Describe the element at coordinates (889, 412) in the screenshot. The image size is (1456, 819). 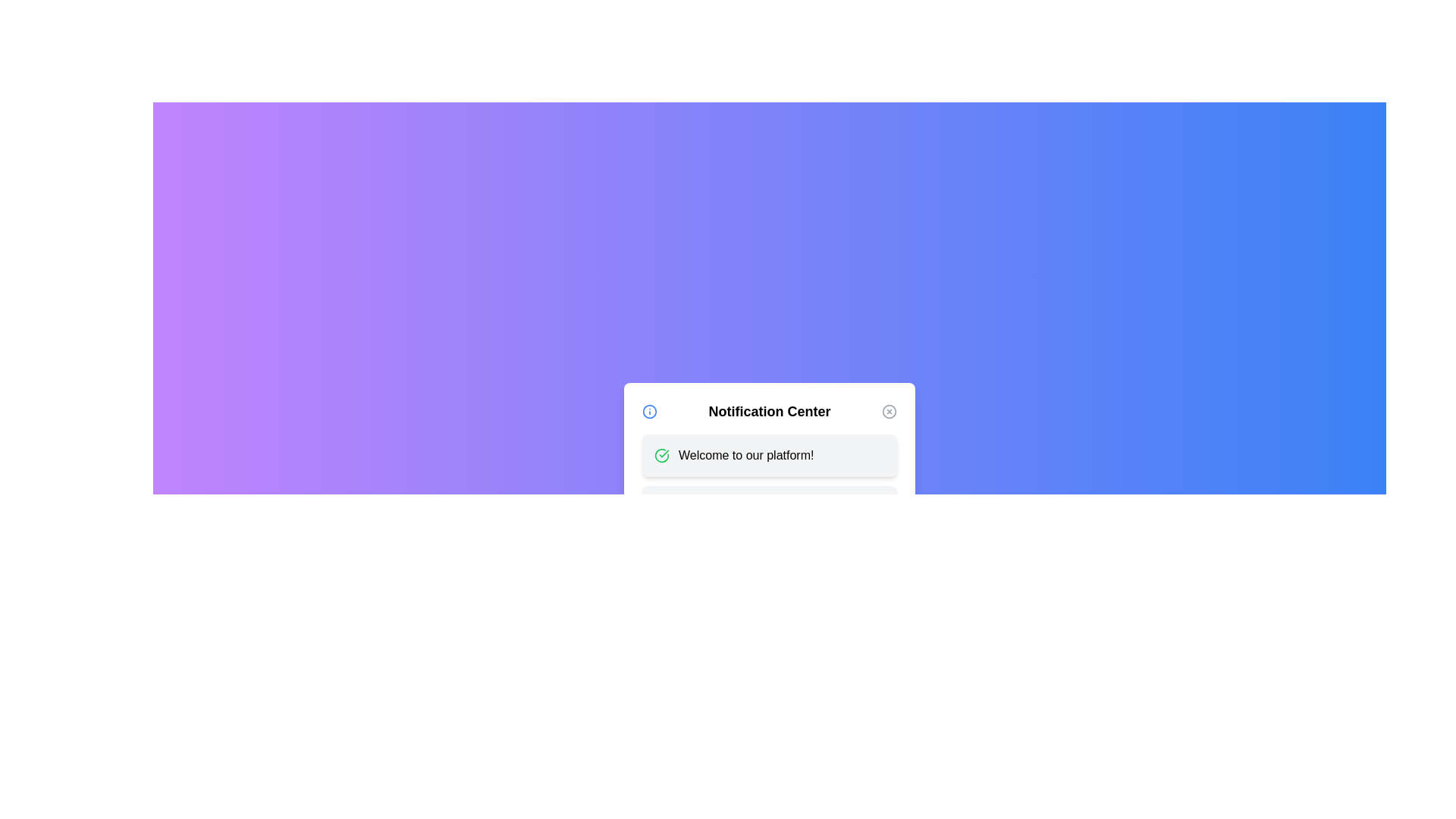
I see `the SVG circle element that functions as a close or cancel button` at that location.